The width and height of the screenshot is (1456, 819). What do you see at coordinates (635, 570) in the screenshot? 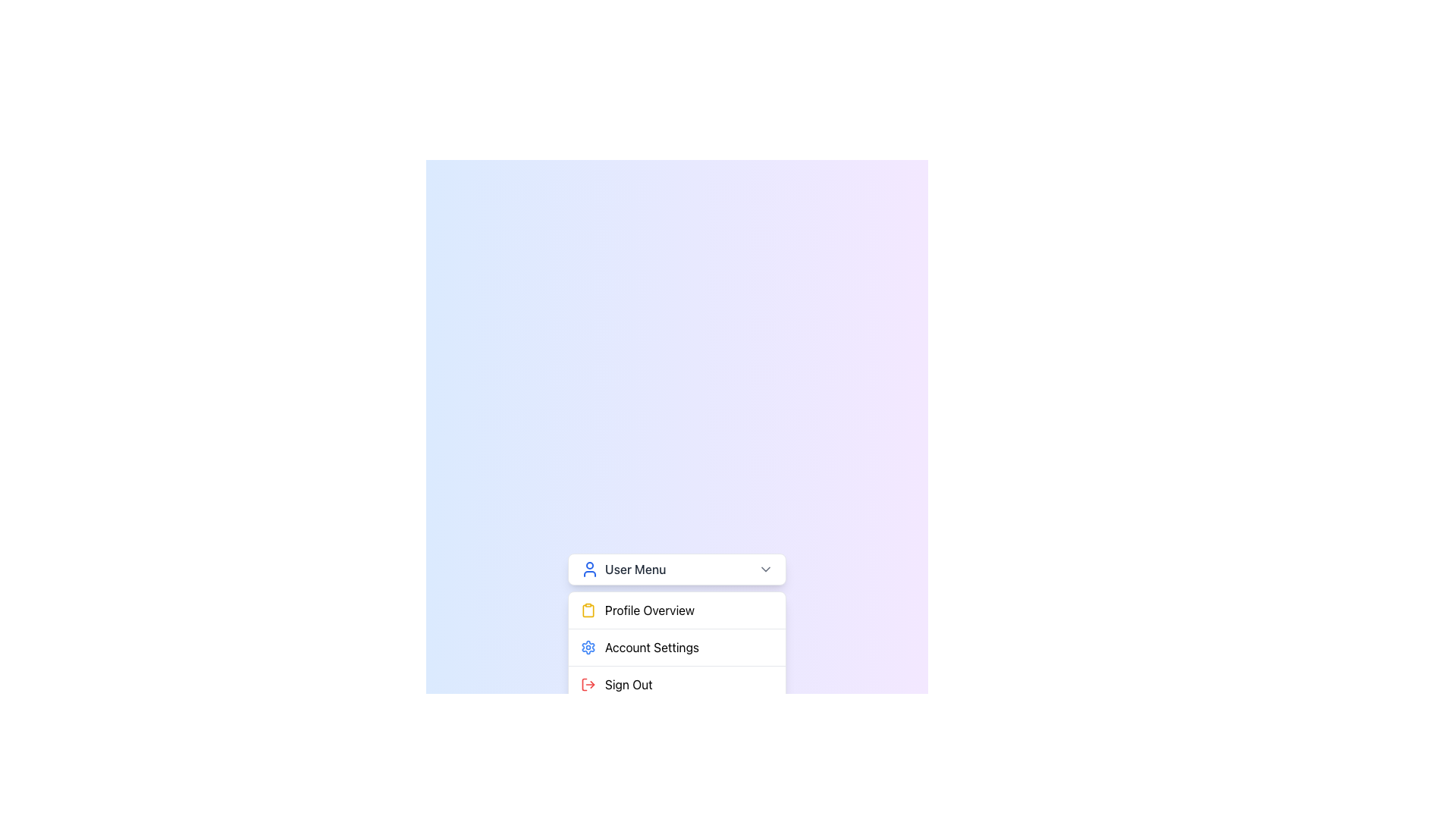
I see `text label 'User Menu' which is displayed in bold, medium-sized, gray-colored font, positioned centrally in the dropdown menu near the top center, second from the left of the blue user icon` at bounding box center [635, 570].